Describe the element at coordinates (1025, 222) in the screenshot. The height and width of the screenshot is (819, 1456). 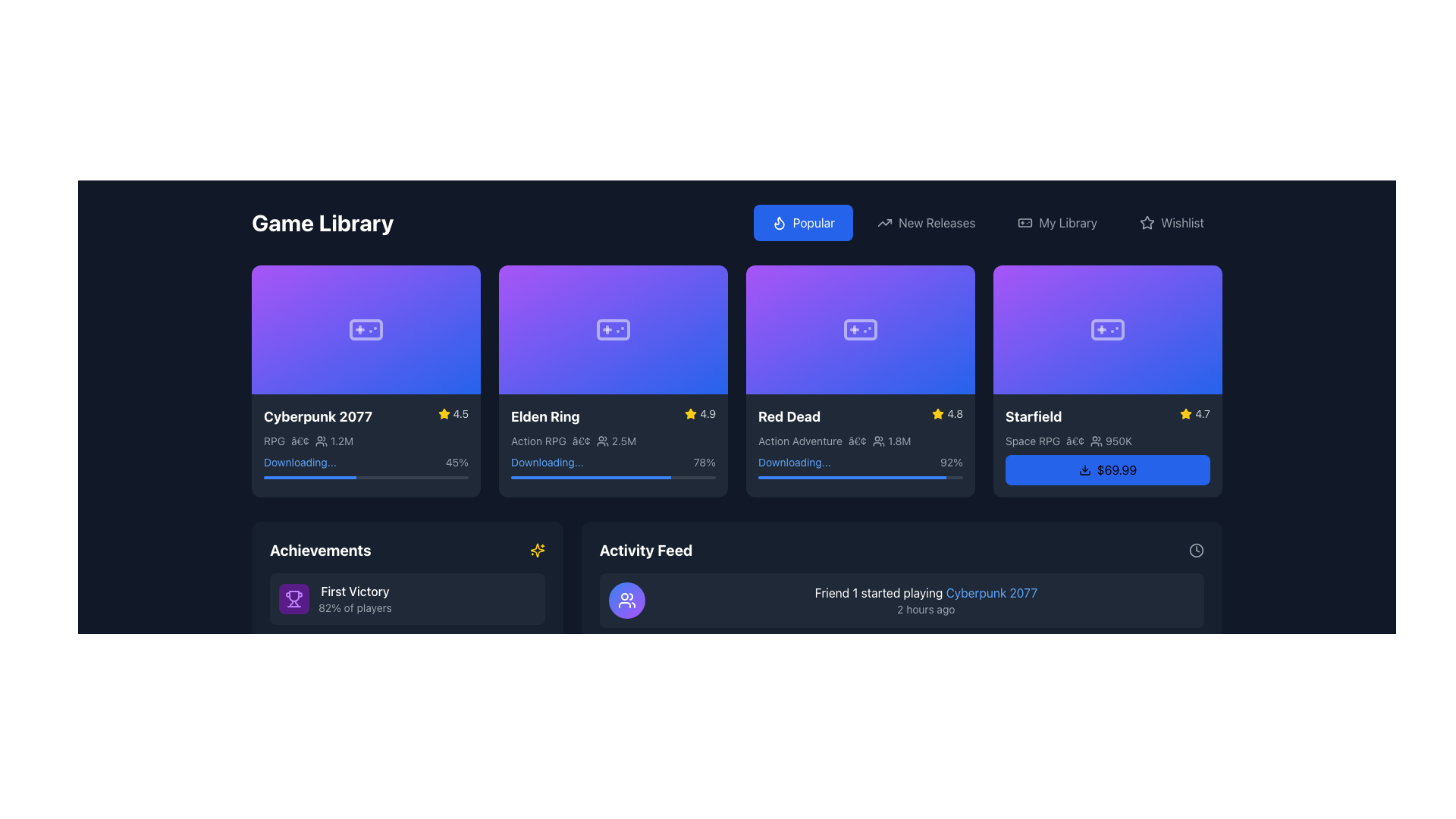
I see `the icon located` at that location.